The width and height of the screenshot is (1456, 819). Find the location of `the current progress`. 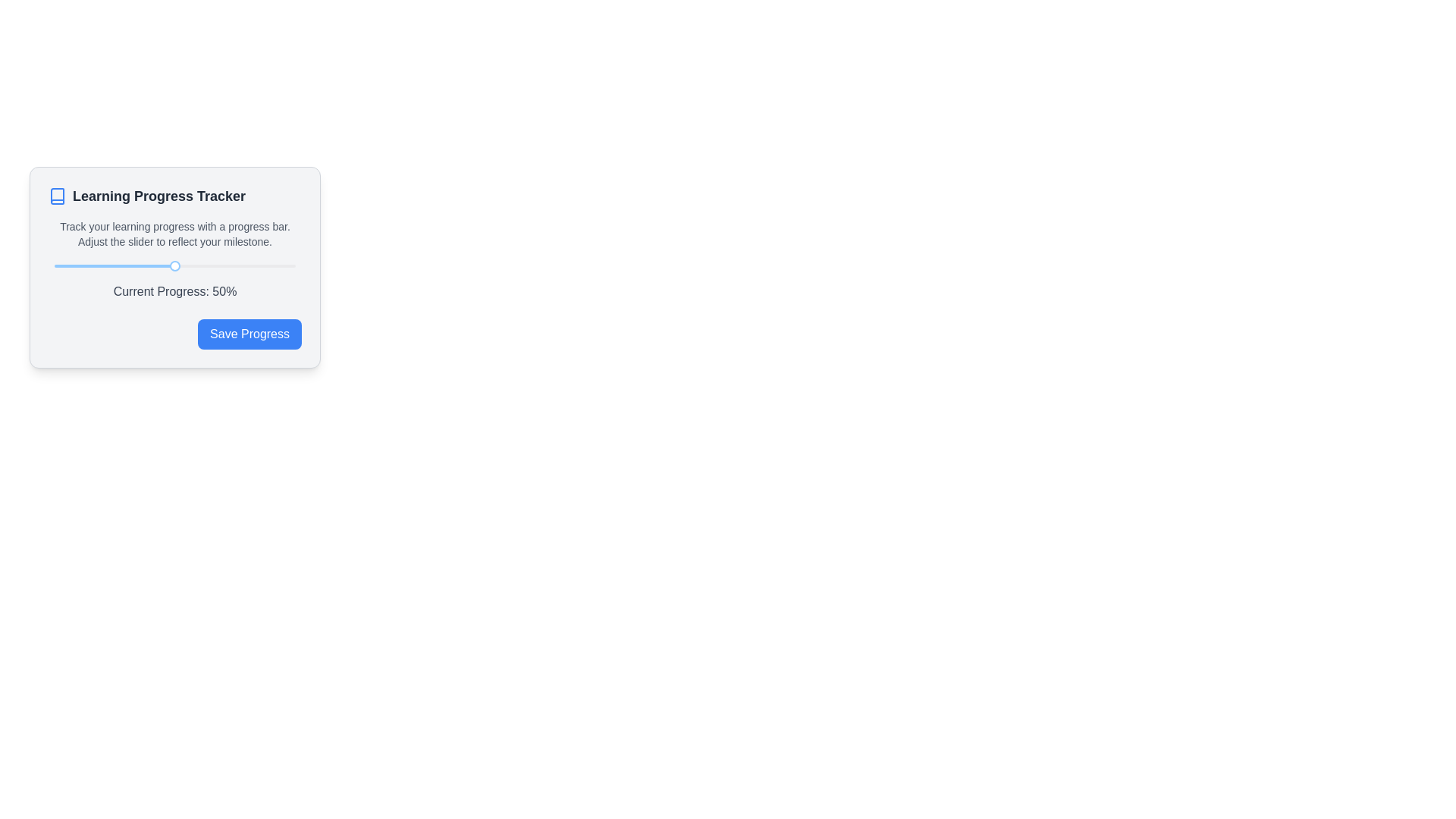

the current progress is located at coordinates (245, 265).